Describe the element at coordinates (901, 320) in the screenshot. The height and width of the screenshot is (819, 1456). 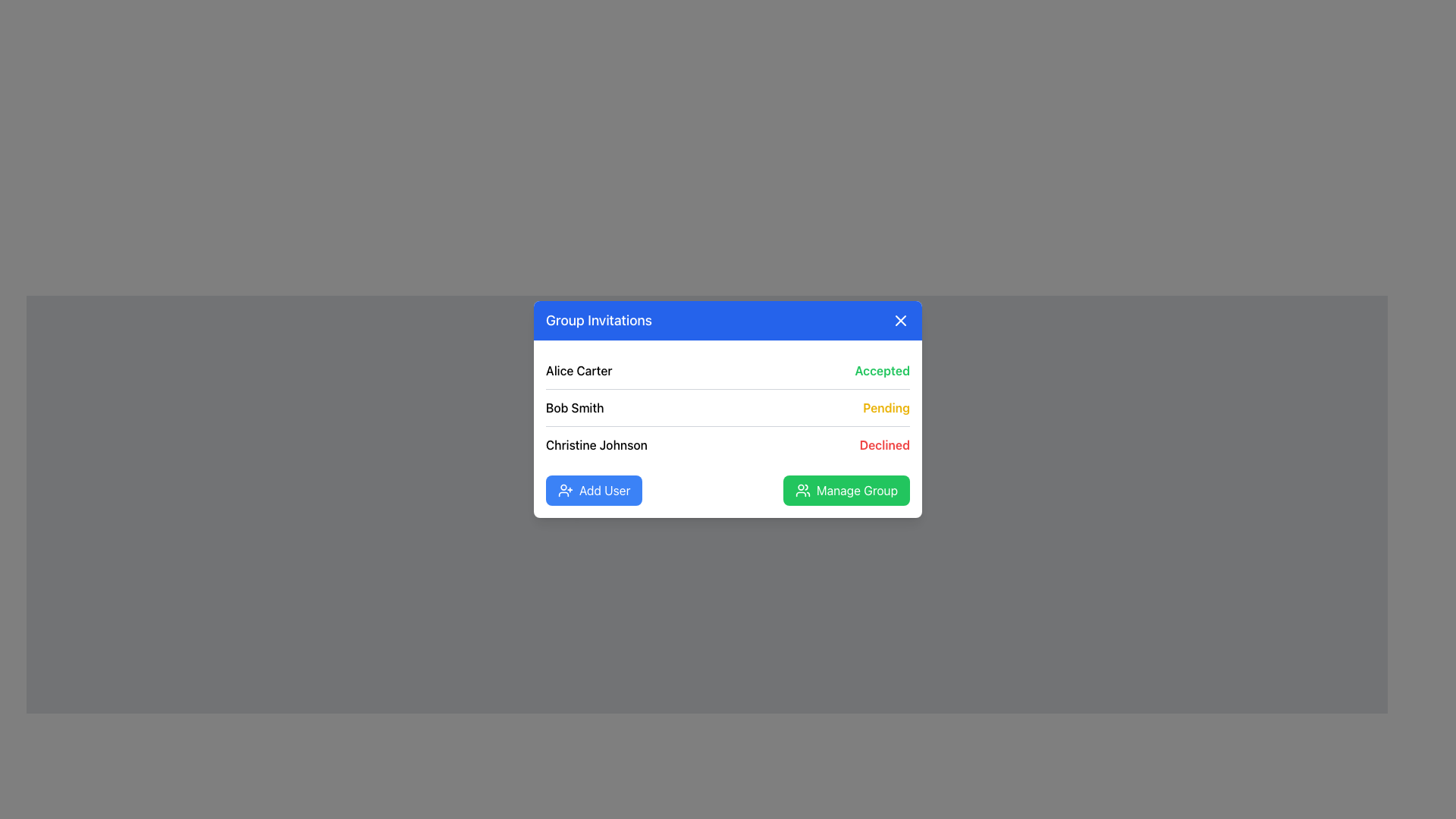
I see `the circular close button with an 'X' icon located at the top-right corner of the 'Group Invitations' dialog` at that location.